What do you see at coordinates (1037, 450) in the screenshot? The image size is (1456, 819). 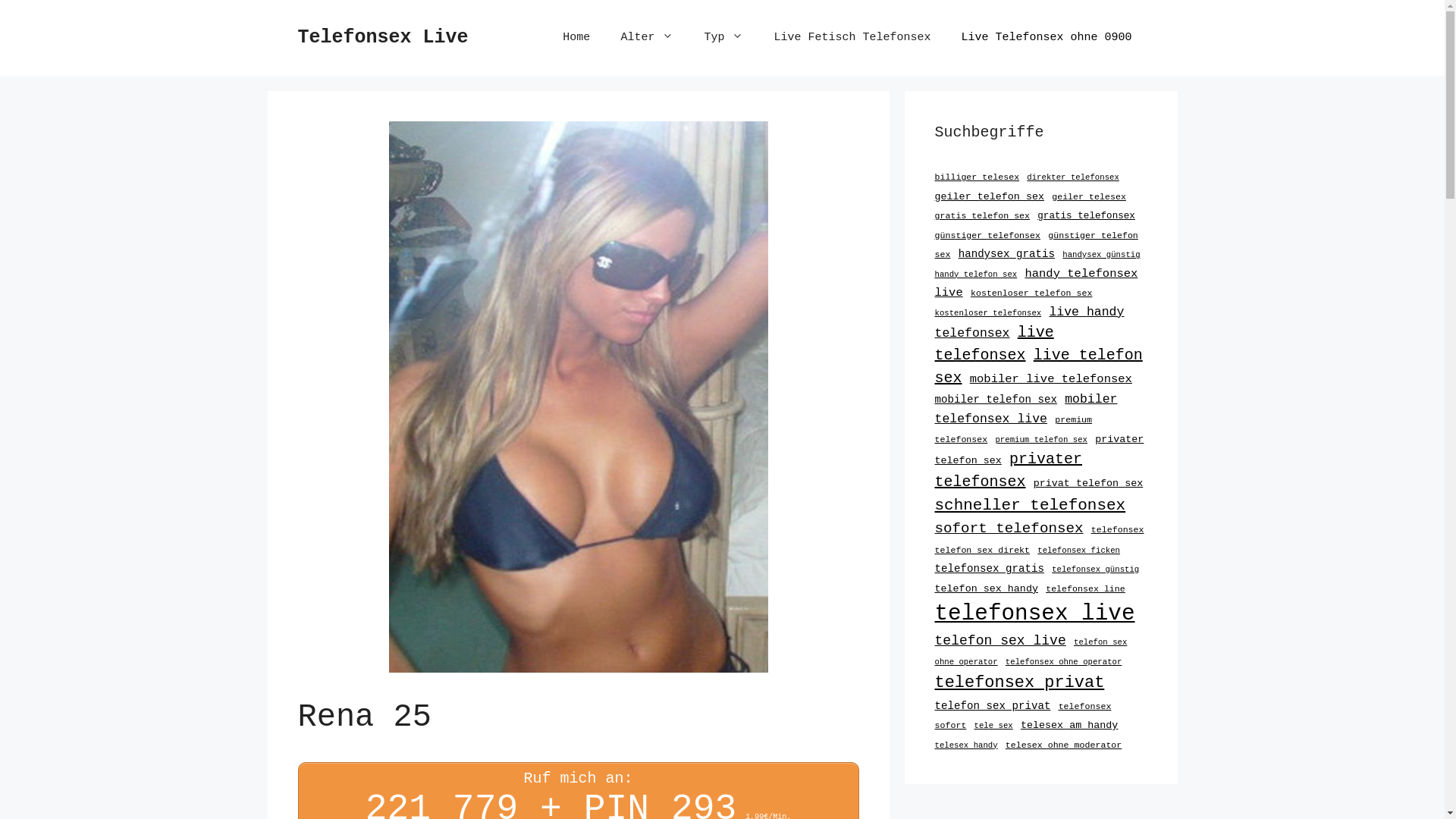 I see `'privater telefon sex'` at bounding box center [1037, 450].